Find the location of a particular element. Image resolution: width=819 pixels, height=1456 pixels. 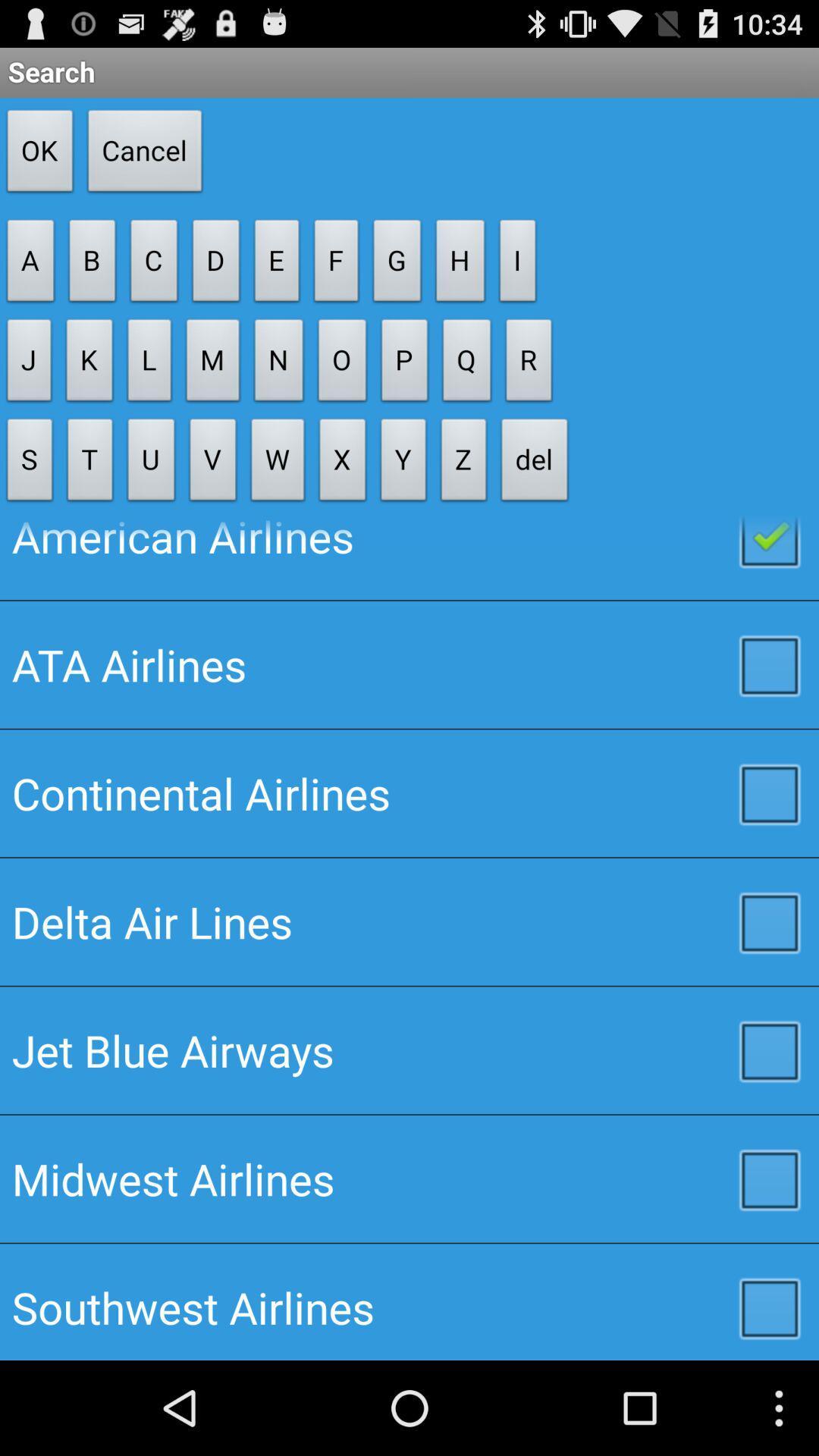

the american airlines item is located at coordinates (409, 557).